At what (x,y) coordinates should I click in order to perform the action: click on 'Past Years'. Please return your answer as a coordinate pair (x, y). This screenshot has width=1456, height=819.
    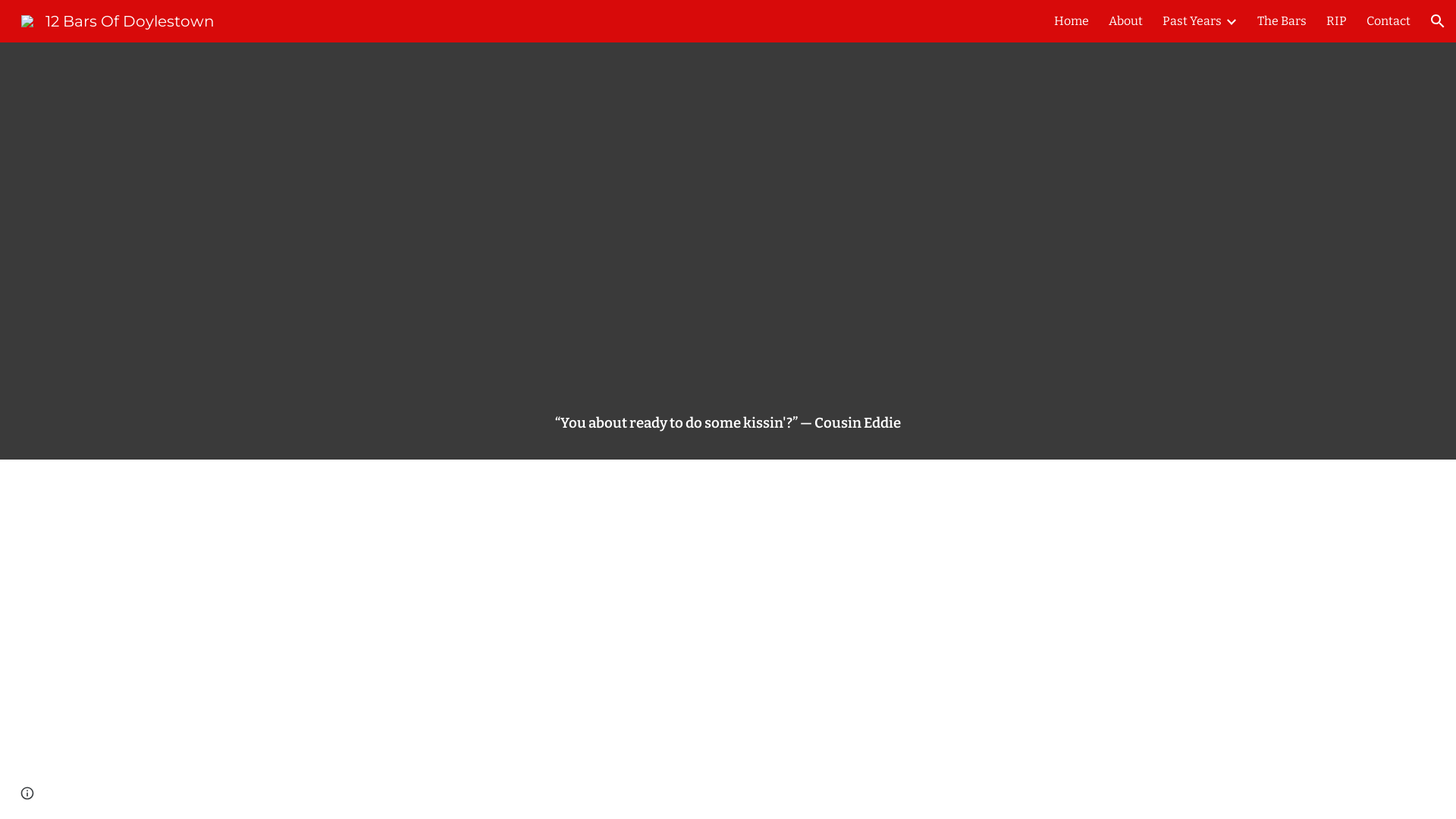
    Looking at the image, I should click on (1191, 20).